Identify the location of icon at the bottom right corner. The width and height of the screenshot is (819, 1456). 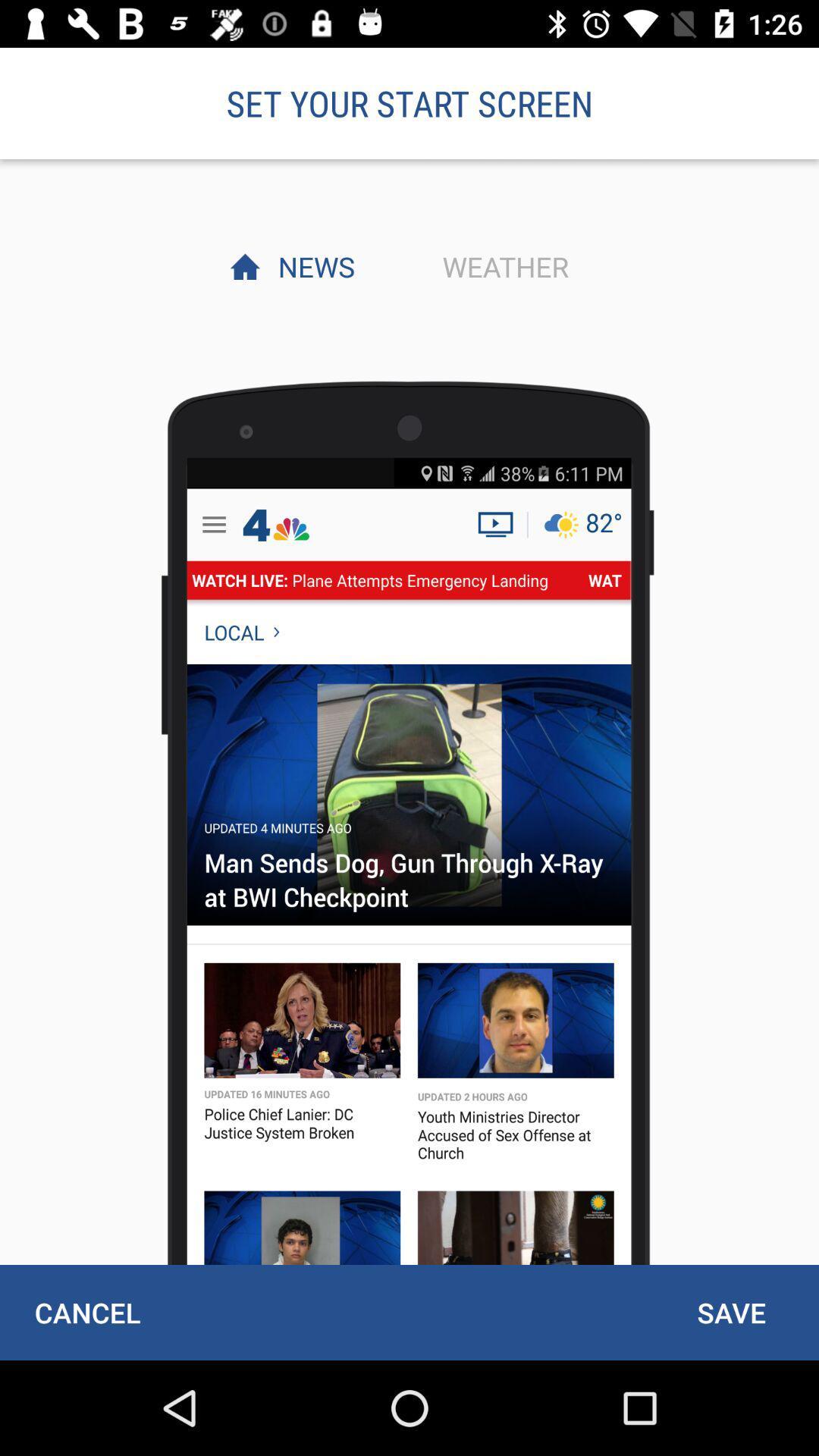
(730, 1312).